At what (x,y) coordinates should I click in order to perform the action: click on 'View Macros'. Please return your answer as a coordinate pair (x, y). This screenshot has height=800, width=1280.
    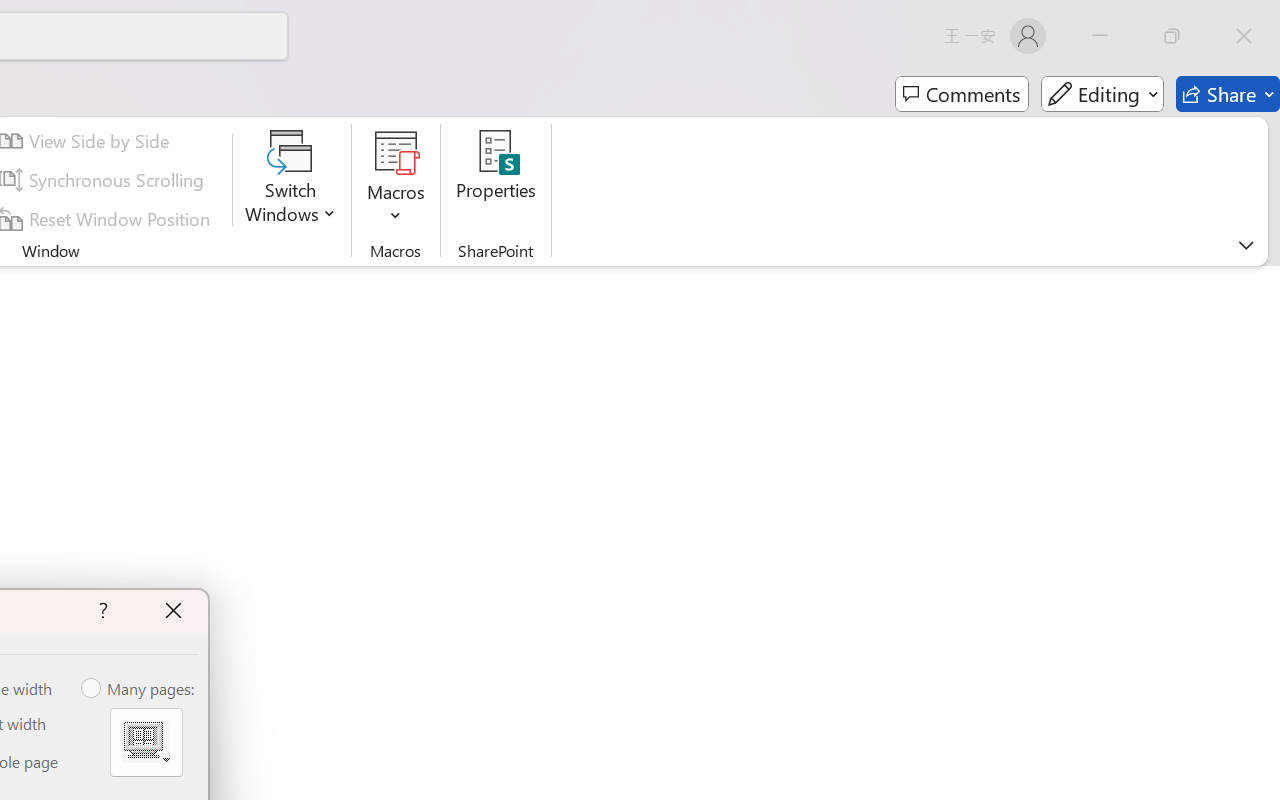
    Looking at the image, I should click on (396, 151).